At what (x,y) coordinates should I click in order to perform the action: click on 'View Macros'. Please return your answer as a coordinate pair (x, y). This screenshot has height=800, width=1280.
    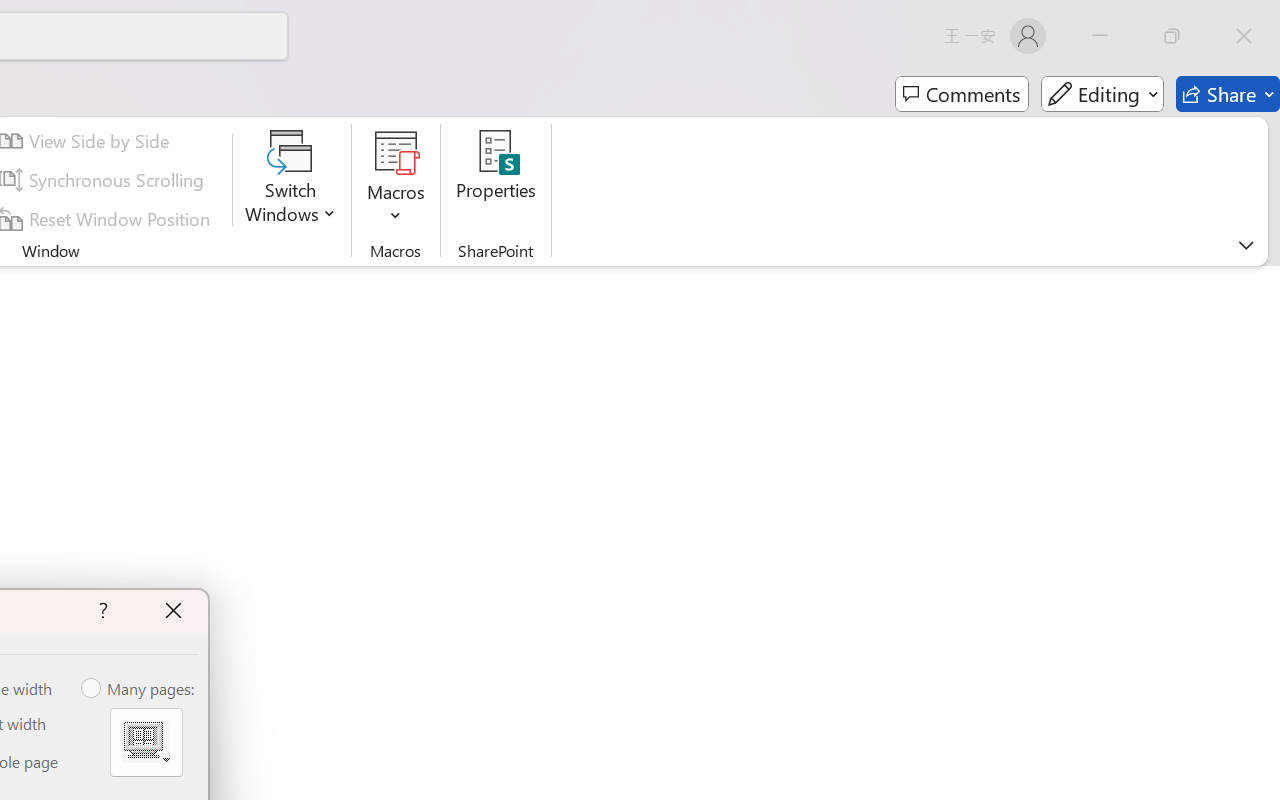
    Looking at the image, I should click on (396, 151).